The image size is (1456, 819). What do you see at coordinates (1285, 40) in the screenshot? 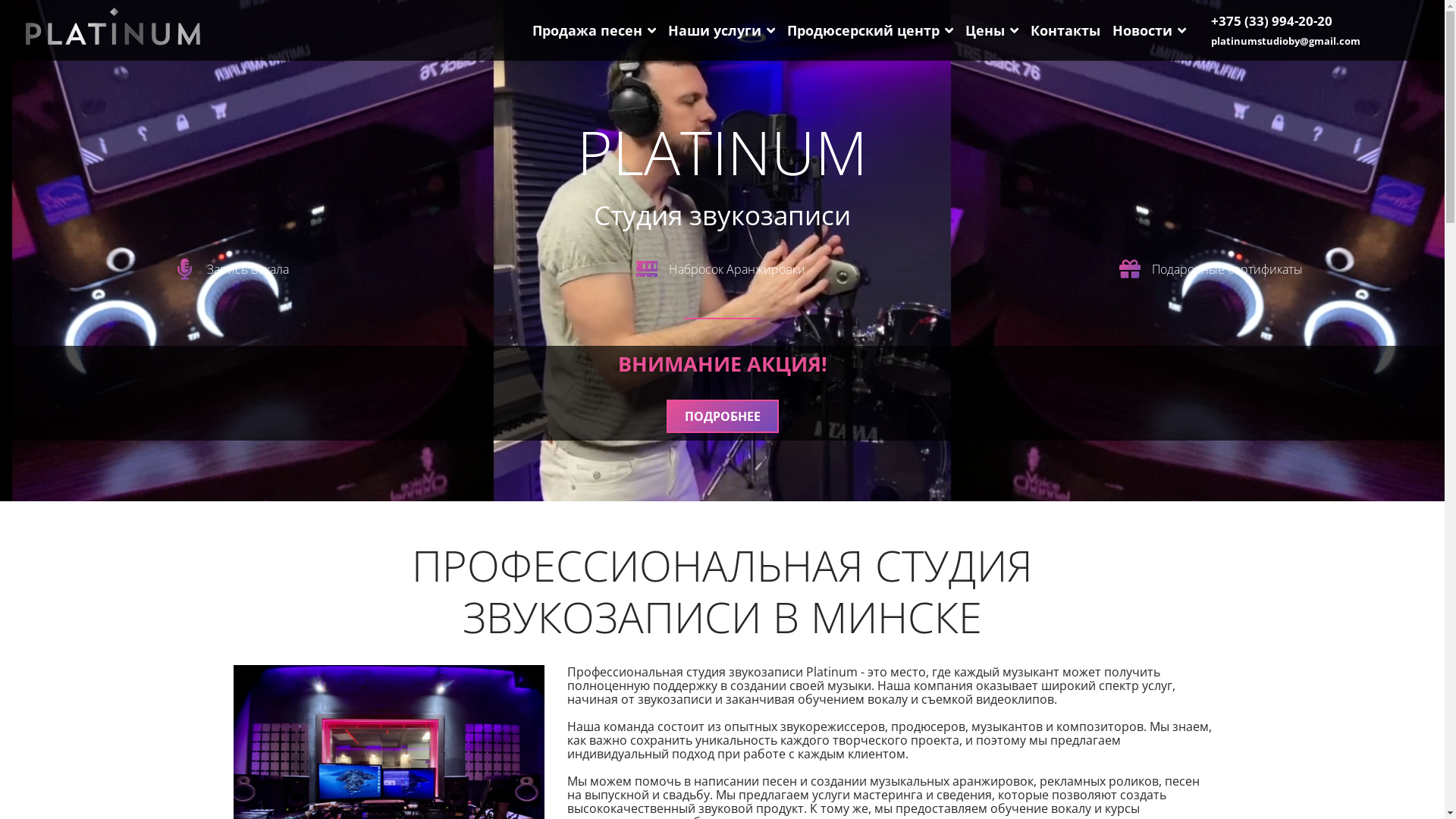
I see `'platinumstudioby@gmail.com'` at bounding box center [1285, 40].